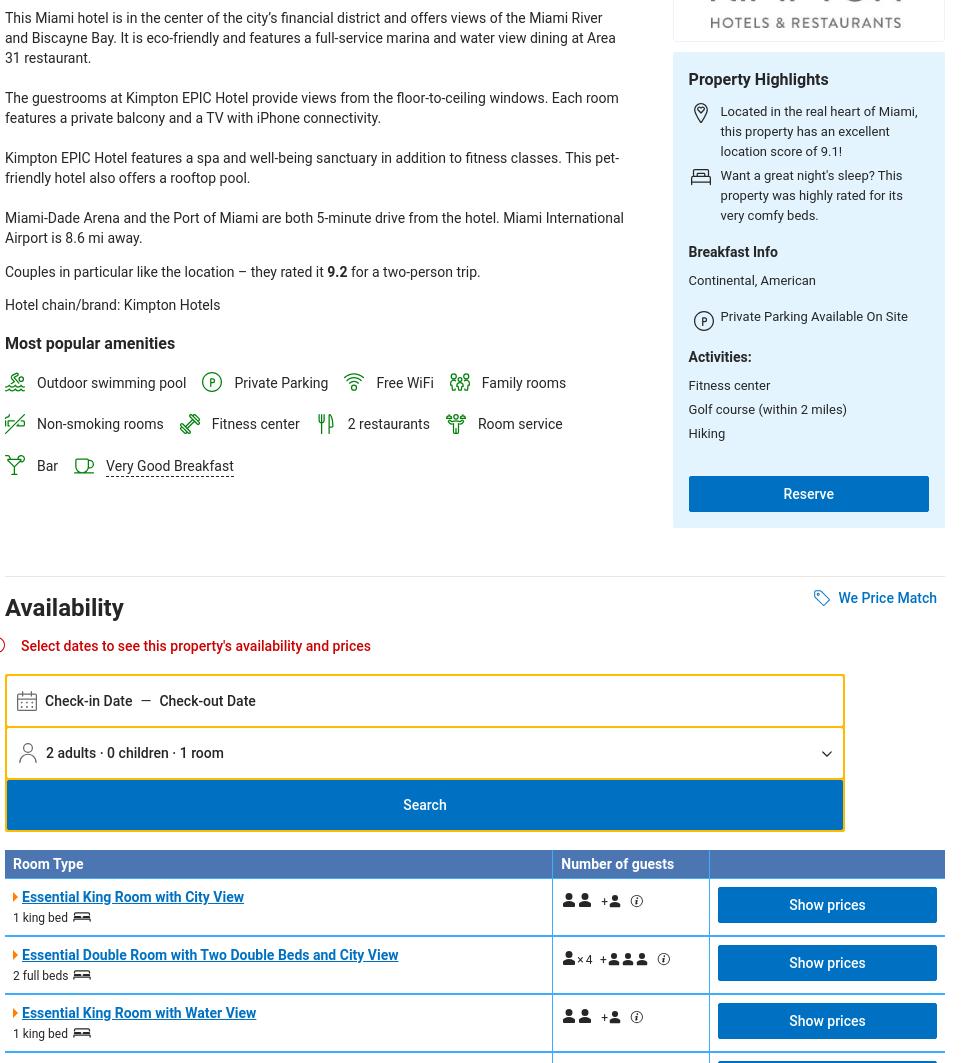 This screenshot has height=1063, width=961. What do you see at coordinates (404, 382) in the screenshot?
I see `'Free WiFi'` at bounding box center [404, 382].